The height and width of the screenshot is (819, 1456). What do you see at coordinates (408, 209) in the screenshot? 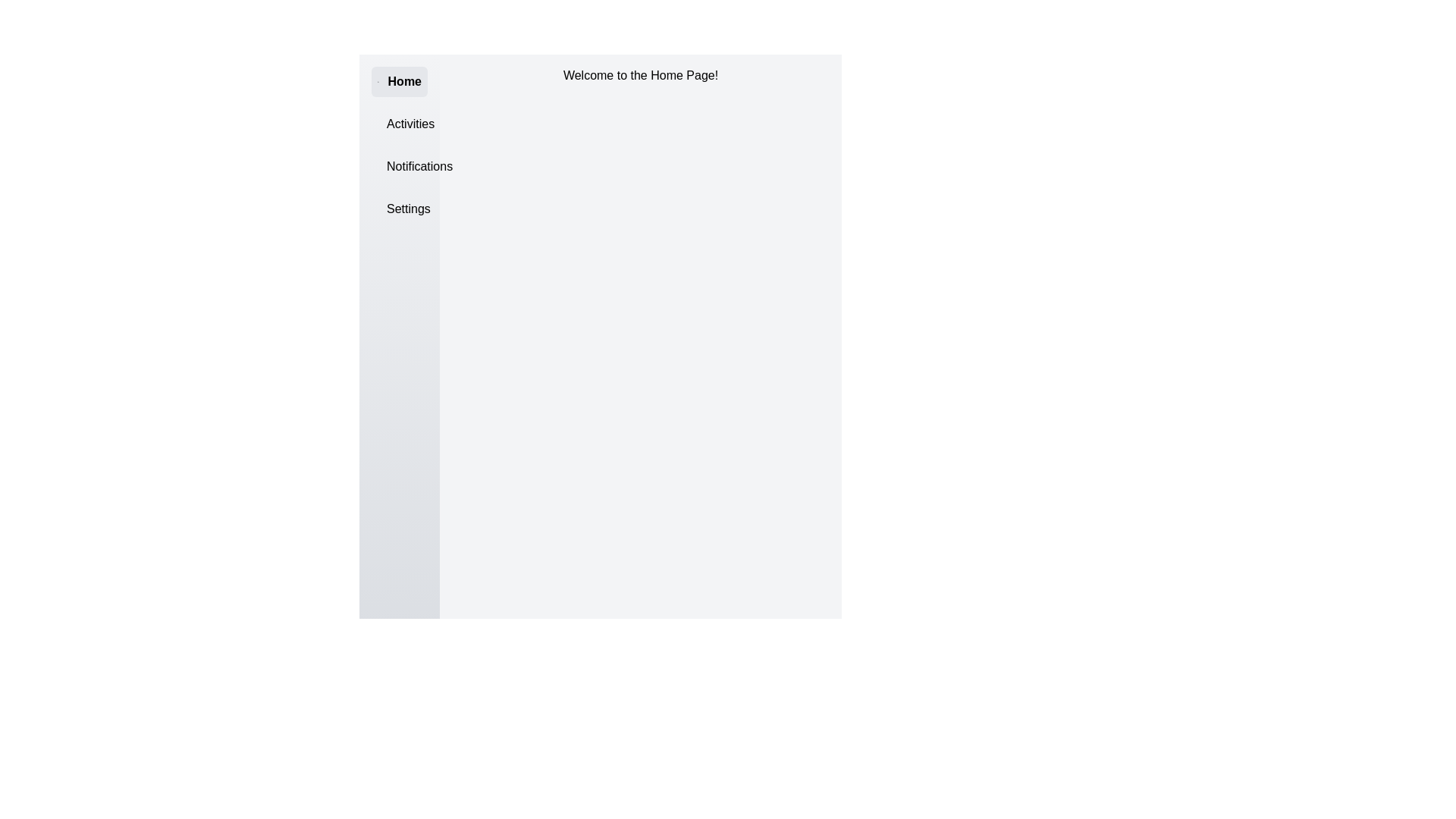
I see `the 'settings' text label, which is styled in capitalized sans-serif font and located near the bottom of a vertical menu, to the right of a gear-shaped icon` at bounding box center [408, 209].